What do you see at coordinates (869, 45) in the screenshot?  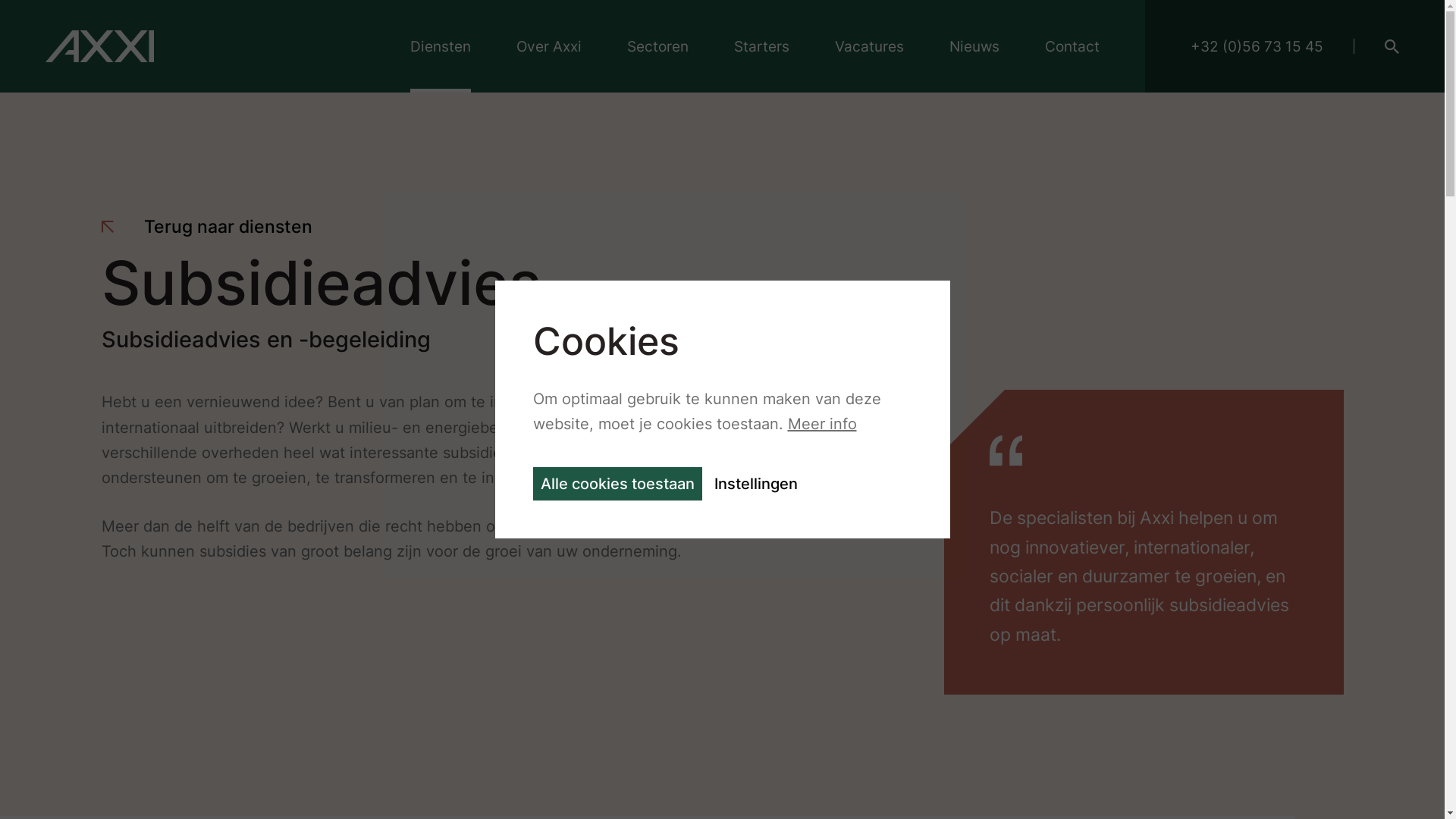 I see `'Vacatures'` at bounding box center [869, 45].